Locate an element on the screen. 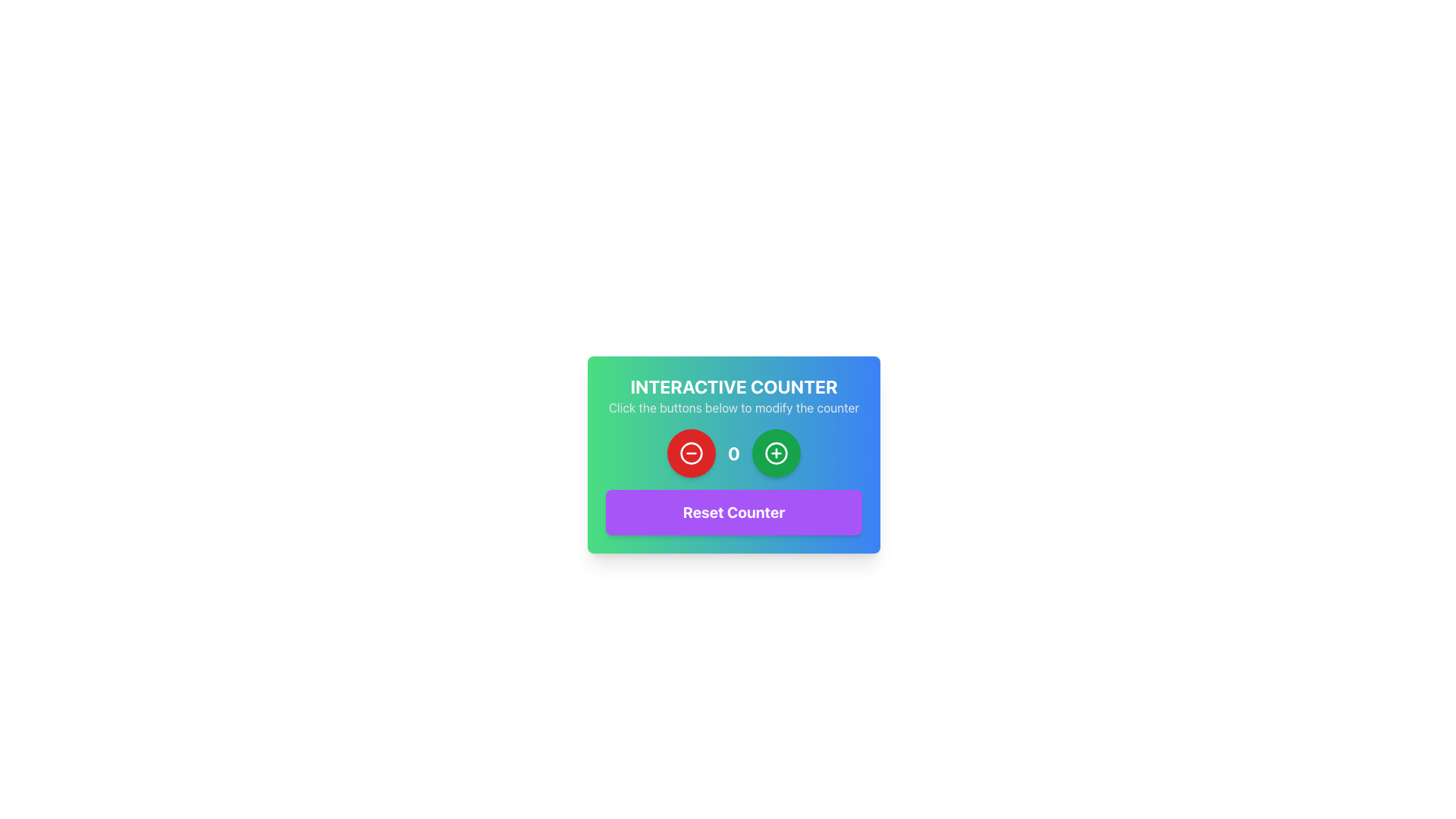 The image size is (1456, 819). the 'Reset Counter' button in the interactive counter interface to reset the counter value is located at coordinates (734, 494).